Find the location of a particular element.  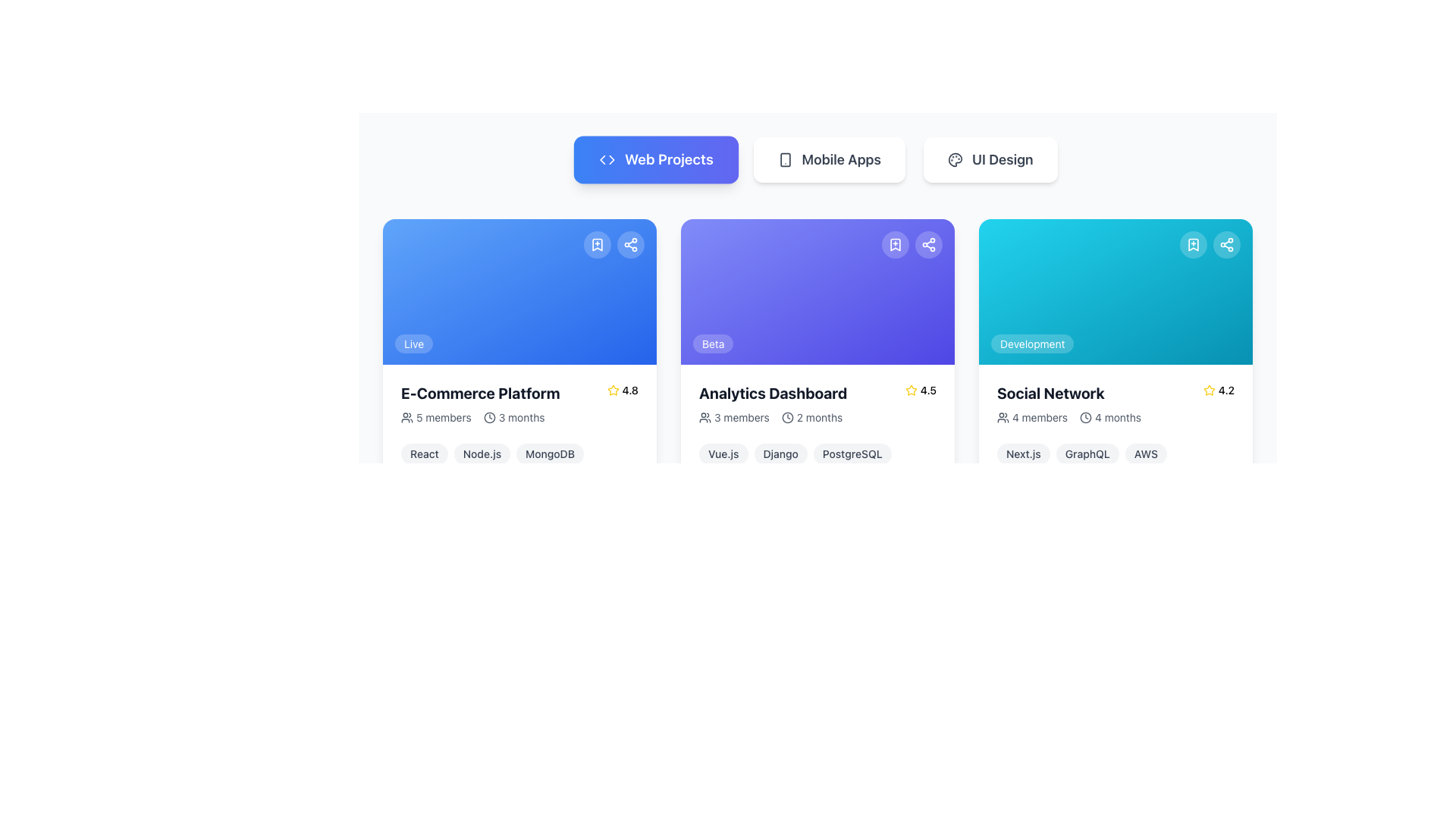

the icon representing a group of users, which is styled with two overlapping human figures and located below the title 'Analytics Dashboard' in the content grid is located at coordinates (704, 418).